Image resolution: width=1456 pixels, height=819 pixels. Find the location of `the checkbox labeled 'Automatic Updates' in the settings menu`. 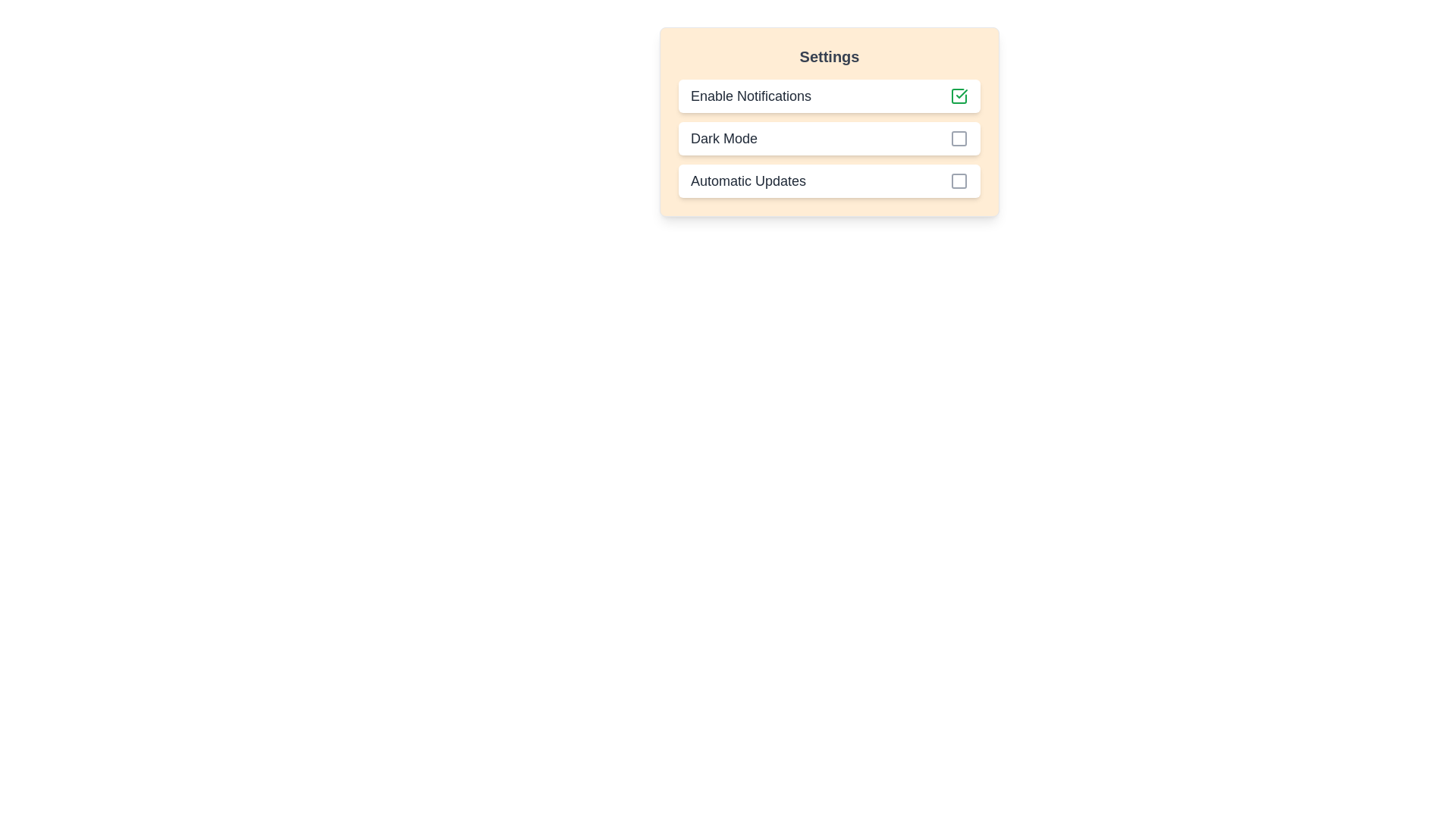

the checkbox labeled 'Automatic Updates' in the settings menu is located at coordinates (829, 180).